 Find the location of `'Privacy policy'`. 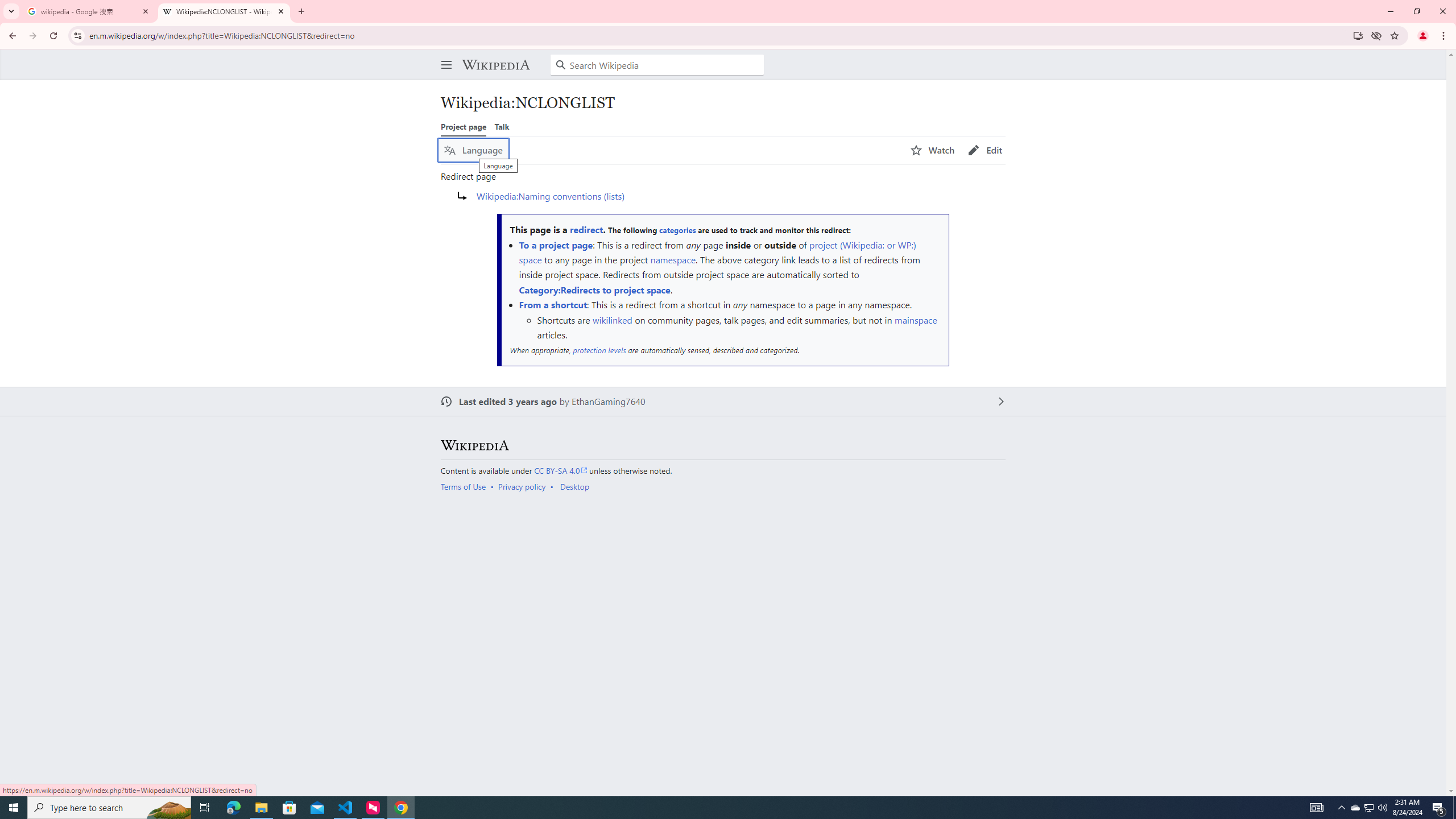

'Privacy policy' is located at coordinates (522, 486).